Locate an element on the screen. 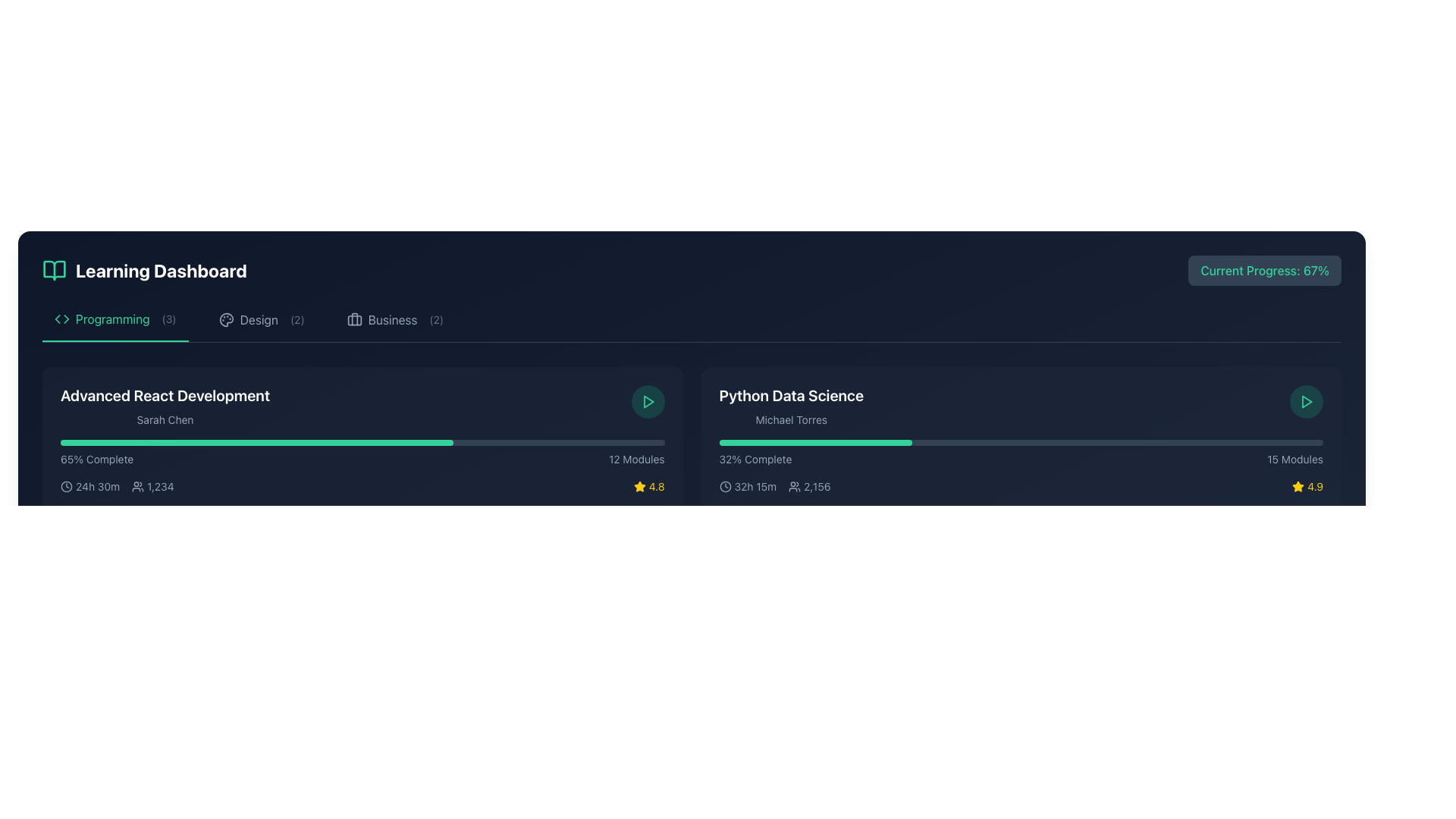 This screenshot has width=1456, height=819. the rating icon located at the bottom right corner of the 'Python Data Science' card, adjacent to the text '4.9' is located at coordinates (640, 649).